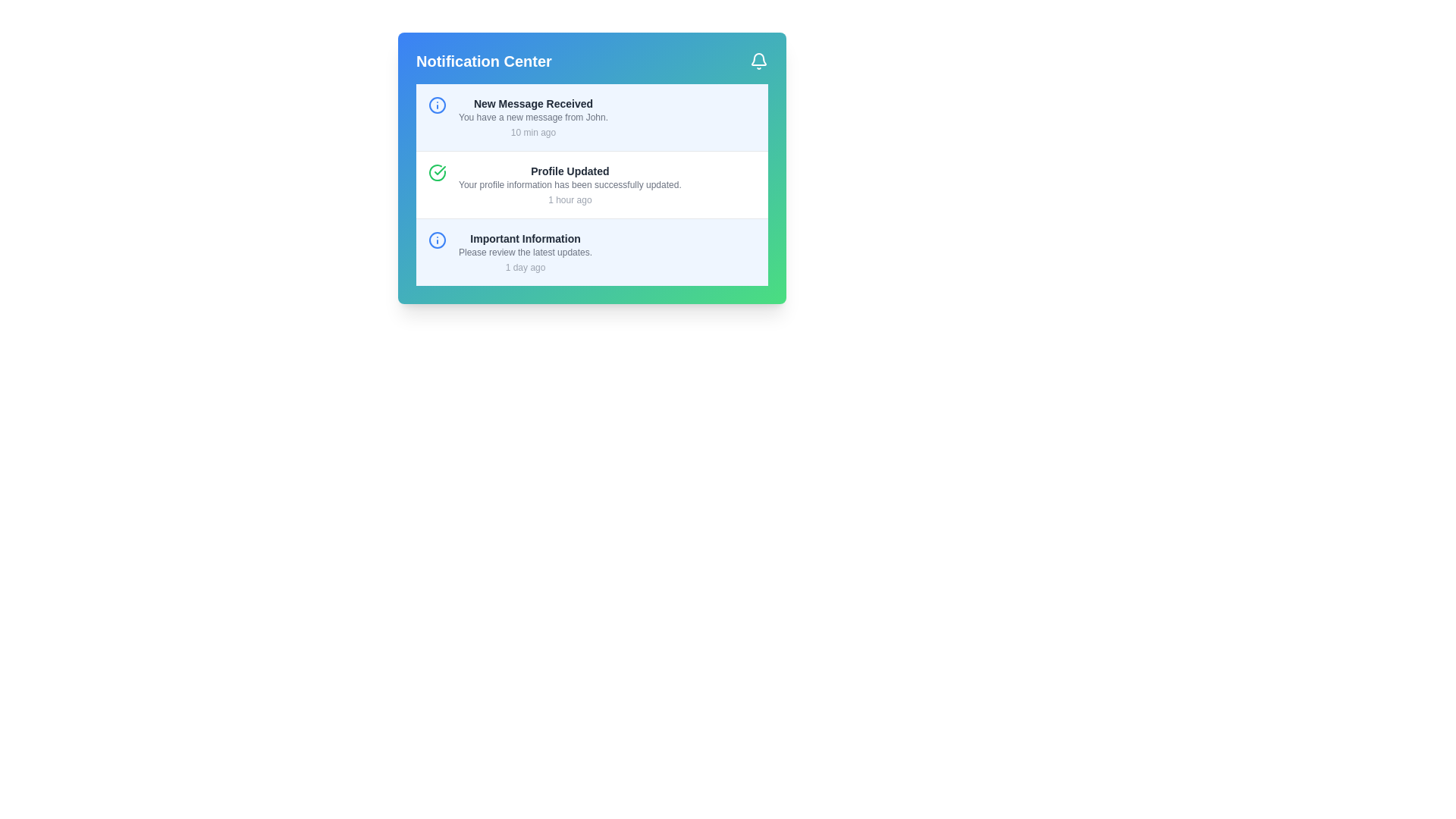 This screenshot has width=1456, height=819. I want to click on the blue and white circular icon with an 'i' symbol that is located to the left of the 'Important Information' heading, so click(436, 239).